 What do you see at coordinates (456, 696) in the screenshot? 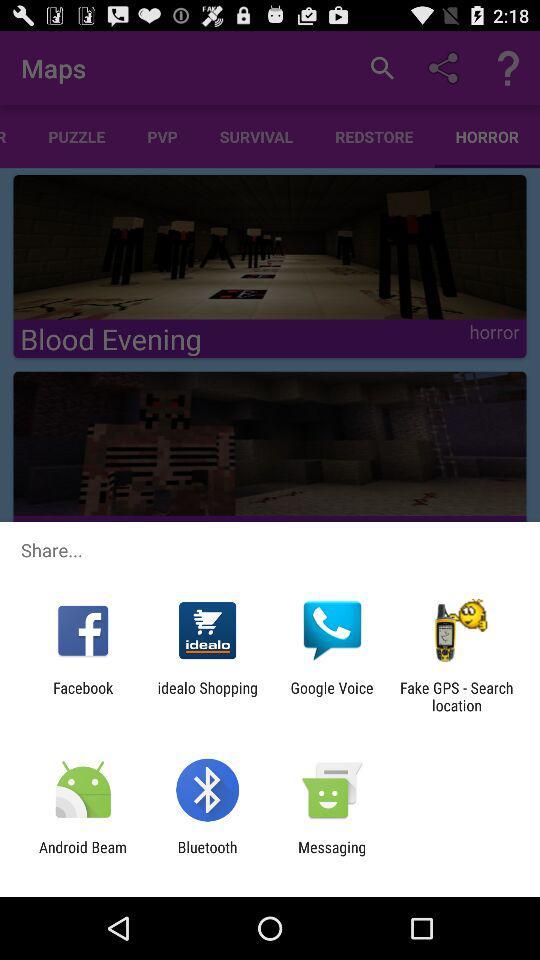
I see `the fake gps search app` at bounding box center [456, 696].